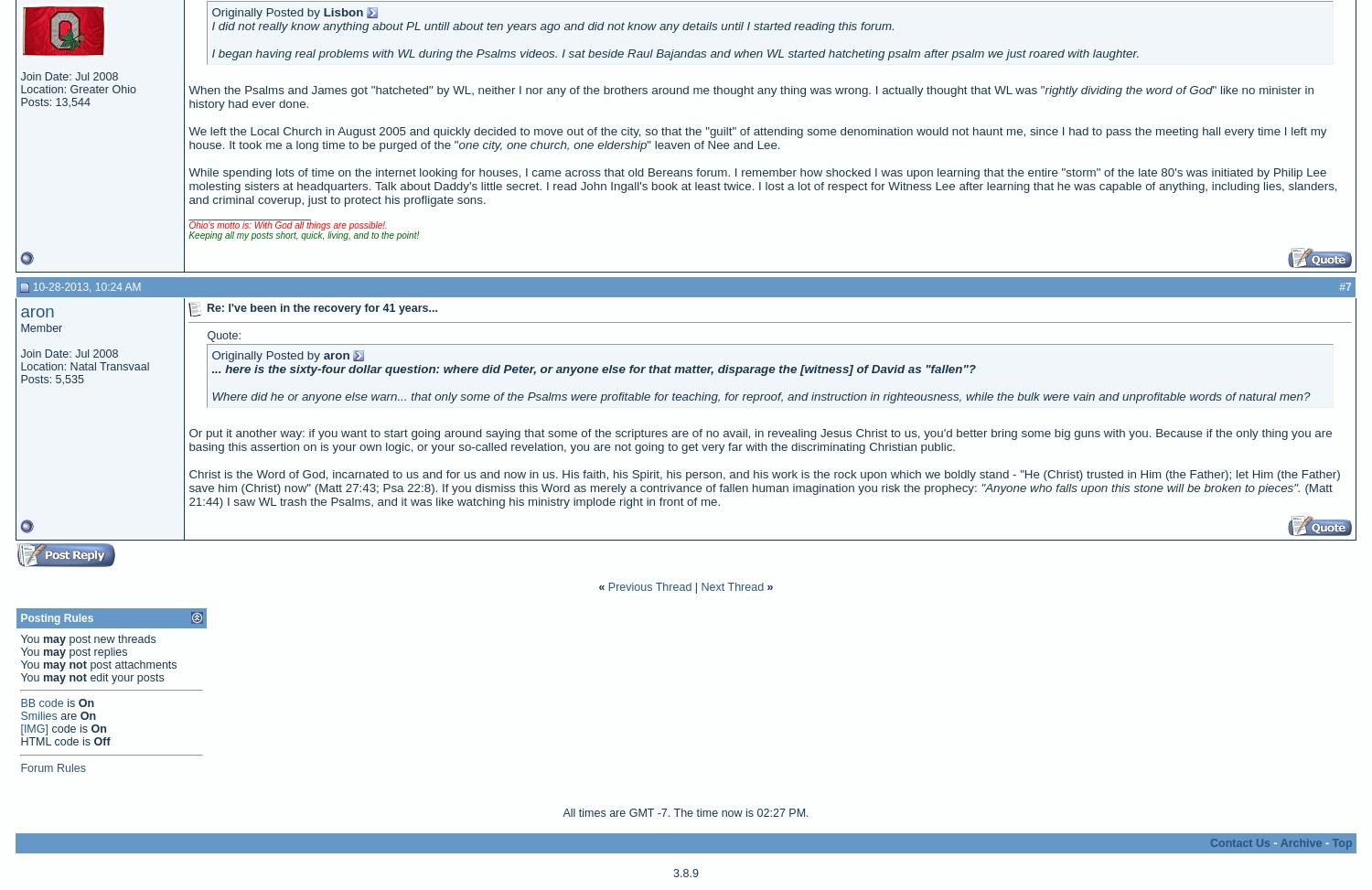 This screenshot has width=1372, height=890. What do you see at coordinates (38, 714) in the screenshot?
I see `'Smilies'` at bounding box center [38, 714].